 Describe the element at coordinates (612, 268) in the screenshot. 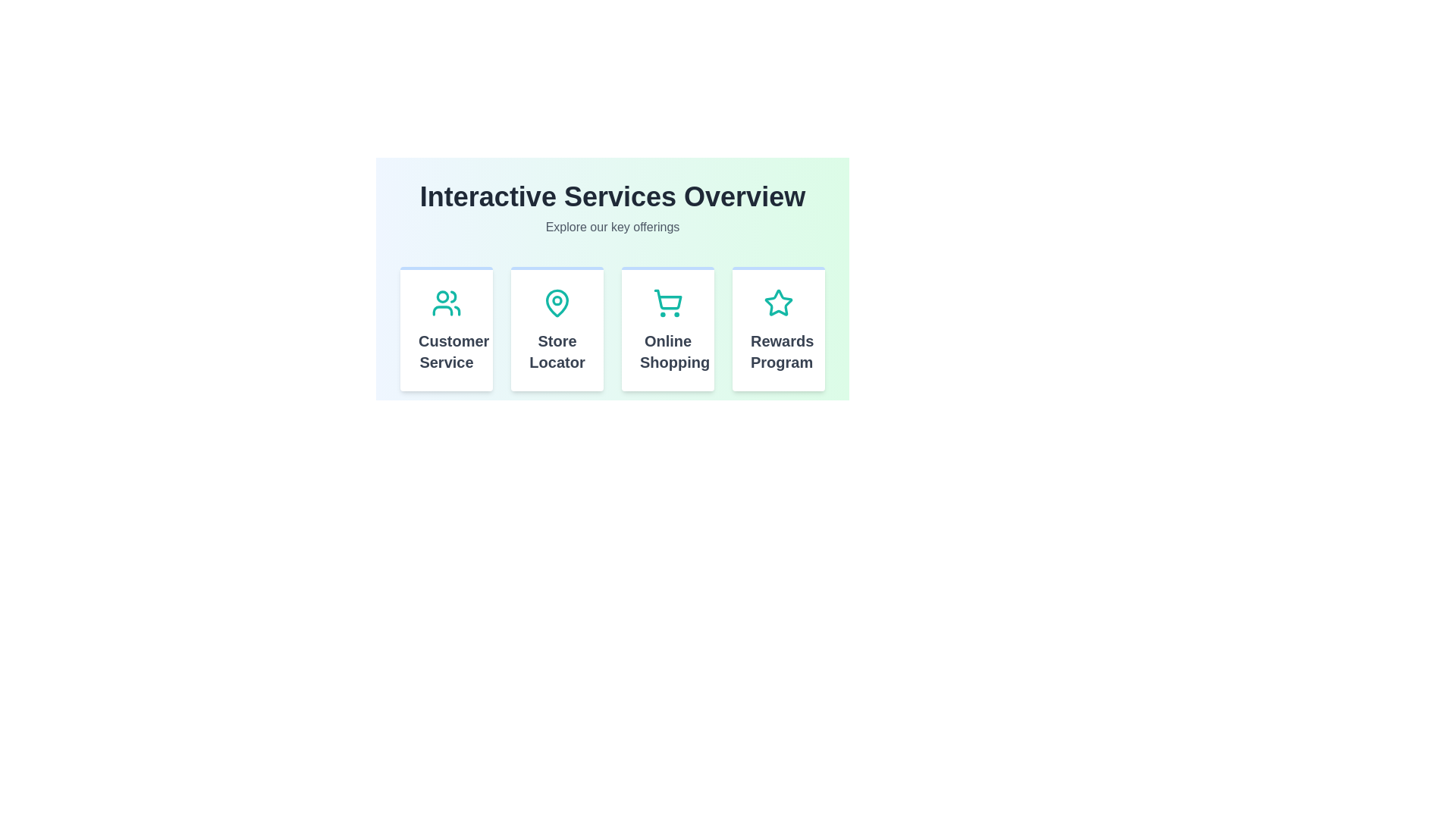

I see `the sections within the 'Interactive Services Overview' dialog box` at that location.